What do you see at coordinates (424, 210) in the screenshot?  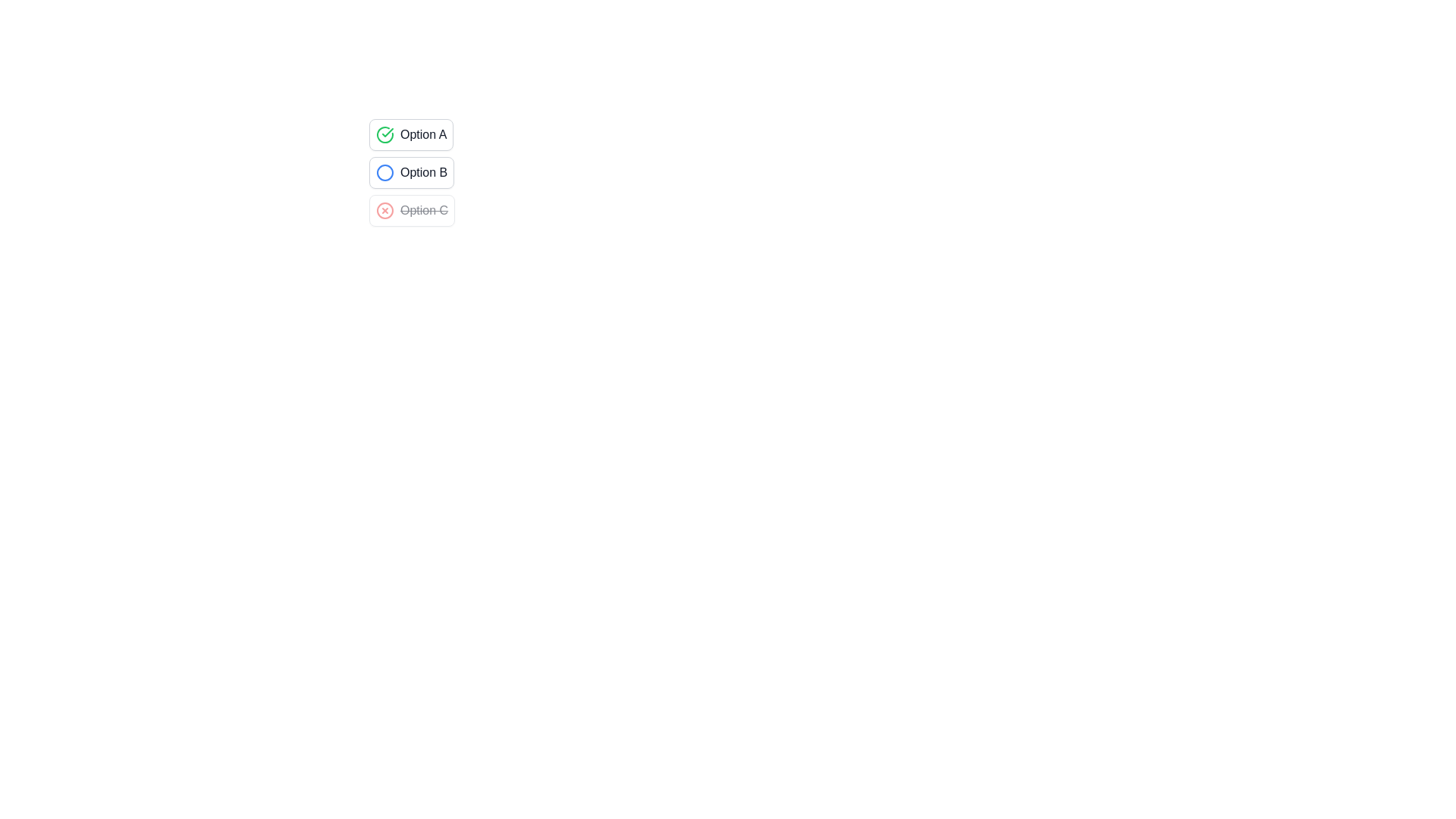 I see `disabled text label displaying 'Option C', which is the third option in a vertical selection list, to check its properties` at bounding box center [424, 210].